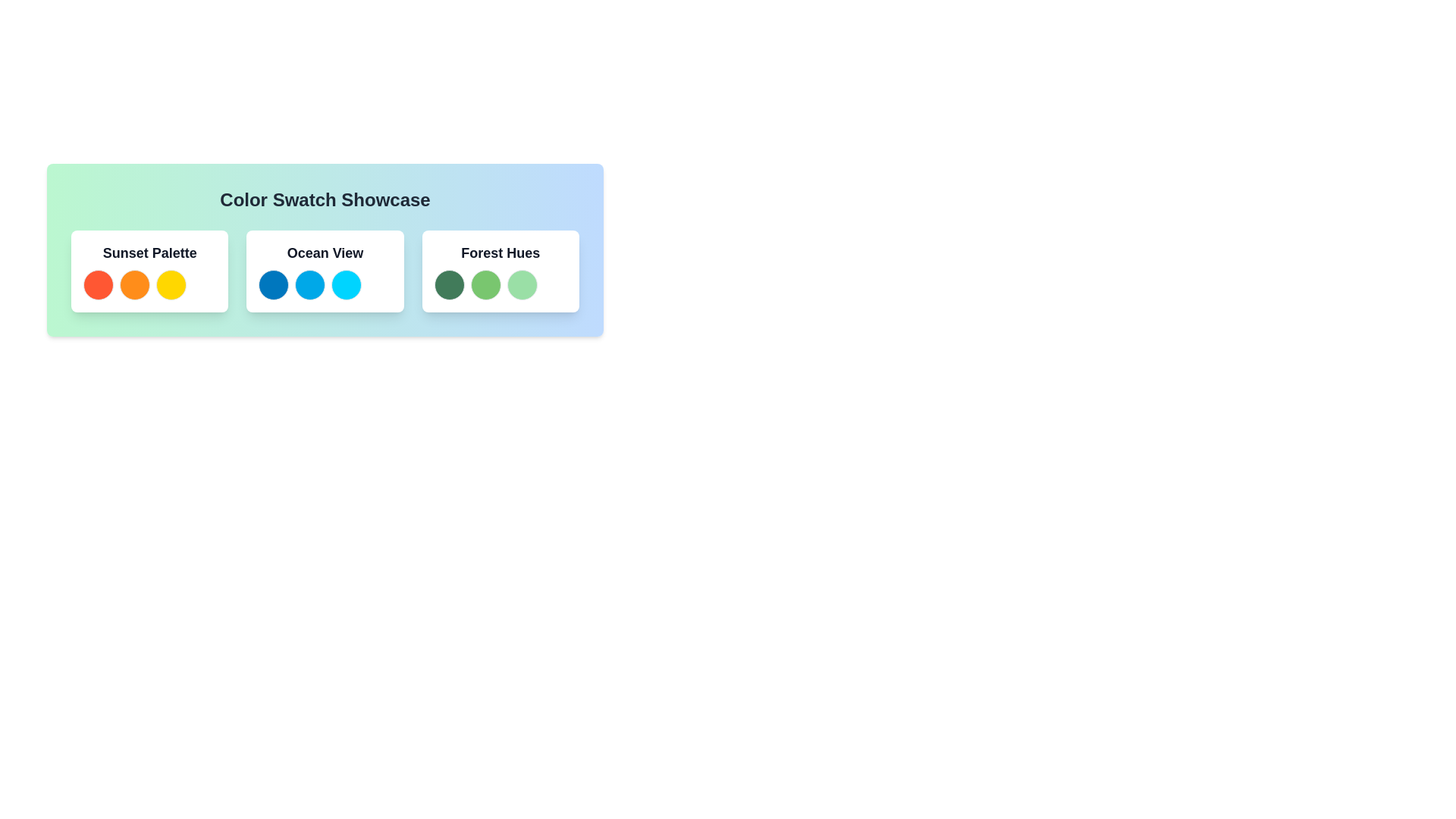  Describe the element at coordinates (448, 284) in the screenshot. I see `the leftmost color swatch representing the green hue in the 'Forest Hues' section of the design` at that location.